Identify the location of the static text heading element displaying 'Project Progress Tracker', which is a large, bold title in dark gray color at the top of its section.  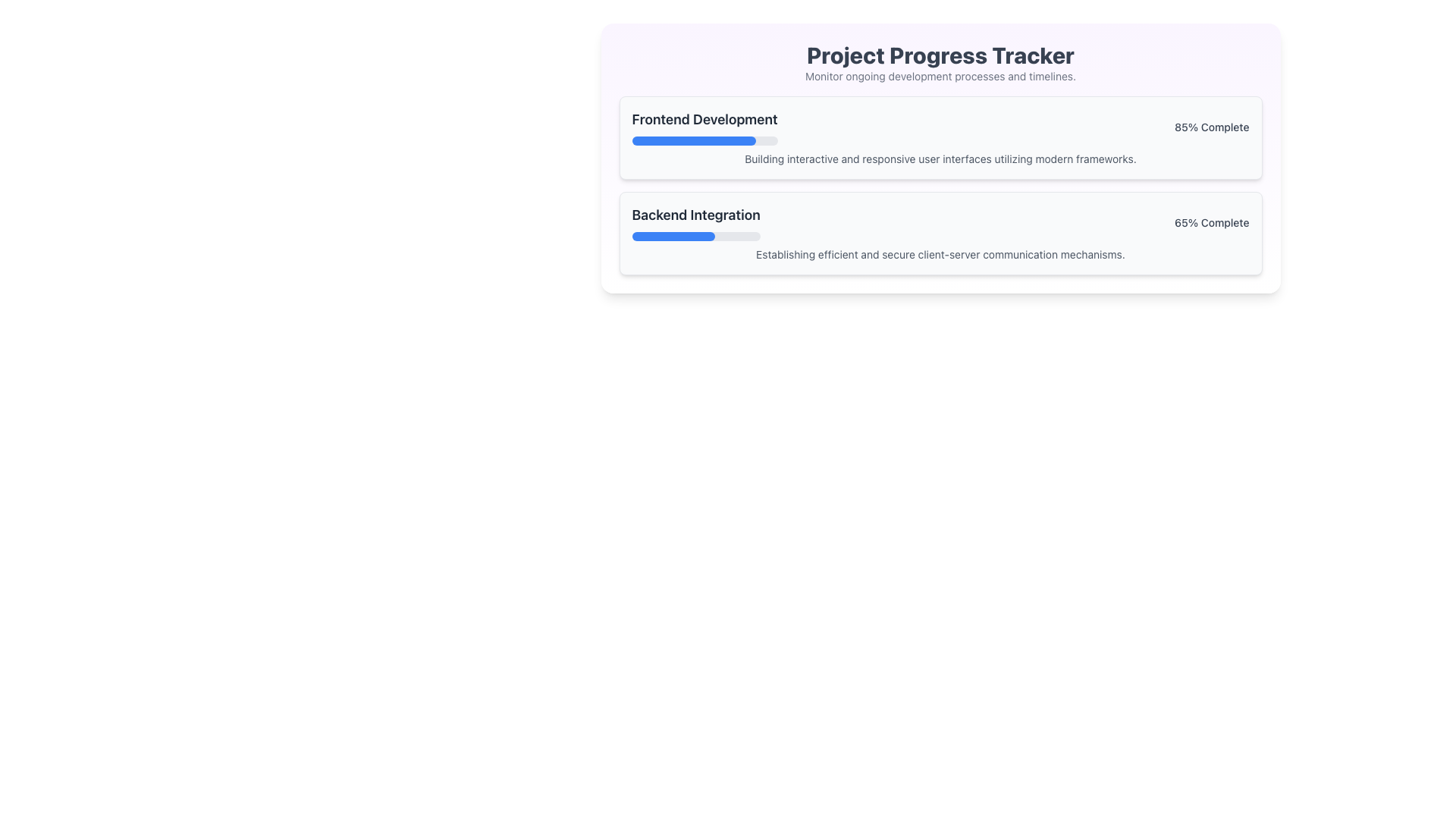
(940, 55).